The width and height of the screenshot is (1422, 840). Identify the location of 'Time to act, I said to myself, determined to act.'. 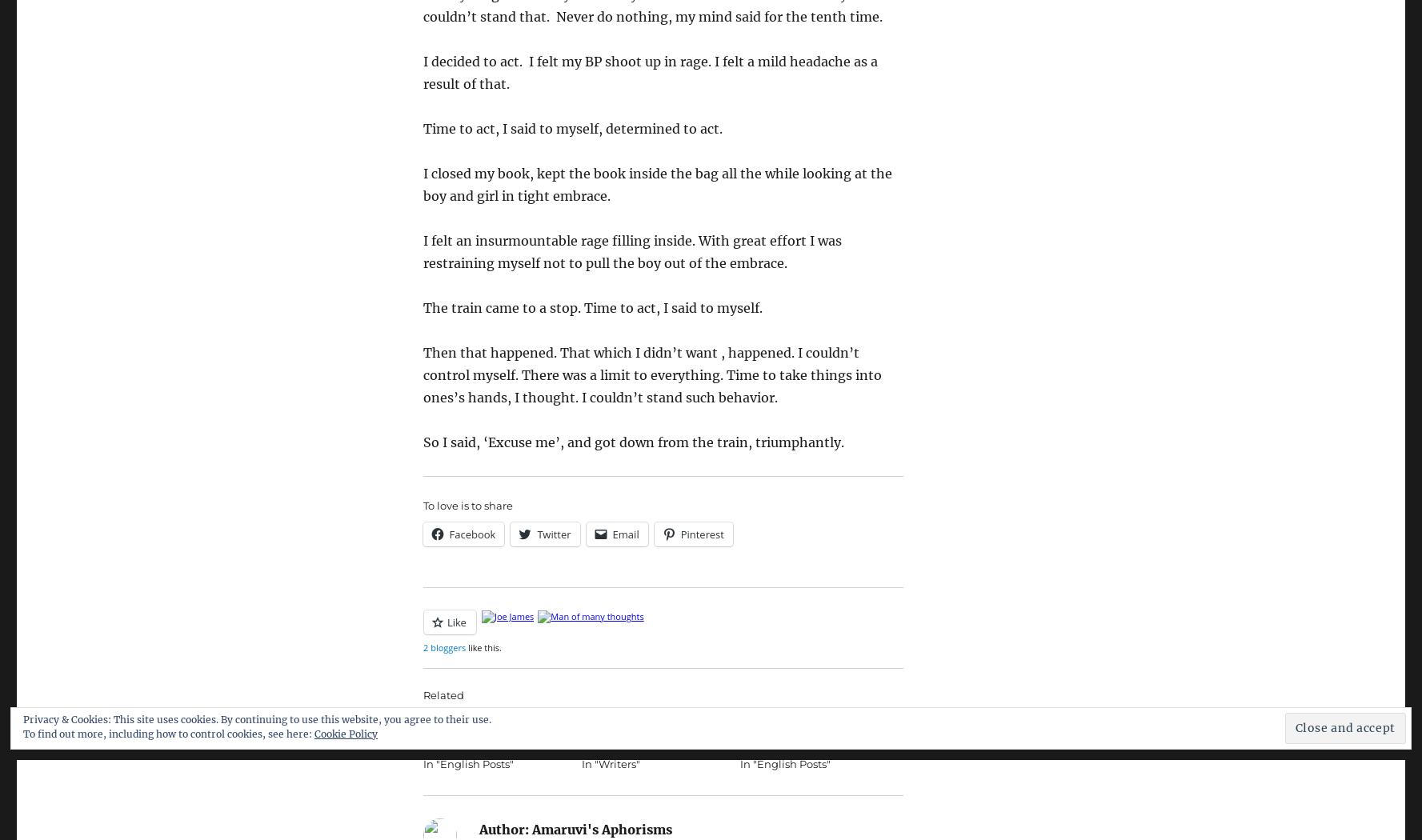
(422, 128).